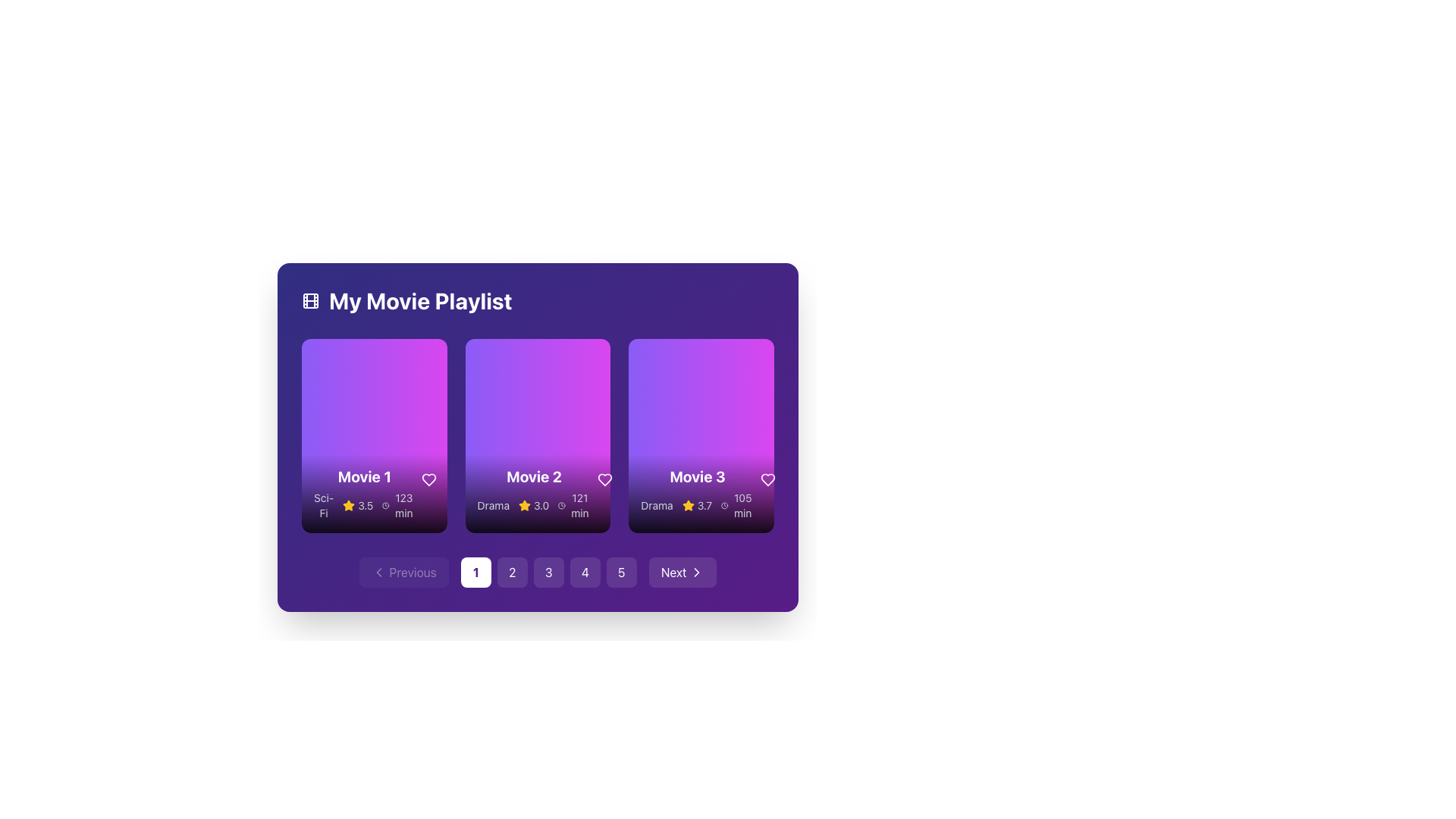  I want to click on the clock icon element, which is a circular outline with minute and hour hands, located to the left of the text '121 min' in the second card of a horizontally aligned card group under the title 'Movie 2', so click(561, 506).